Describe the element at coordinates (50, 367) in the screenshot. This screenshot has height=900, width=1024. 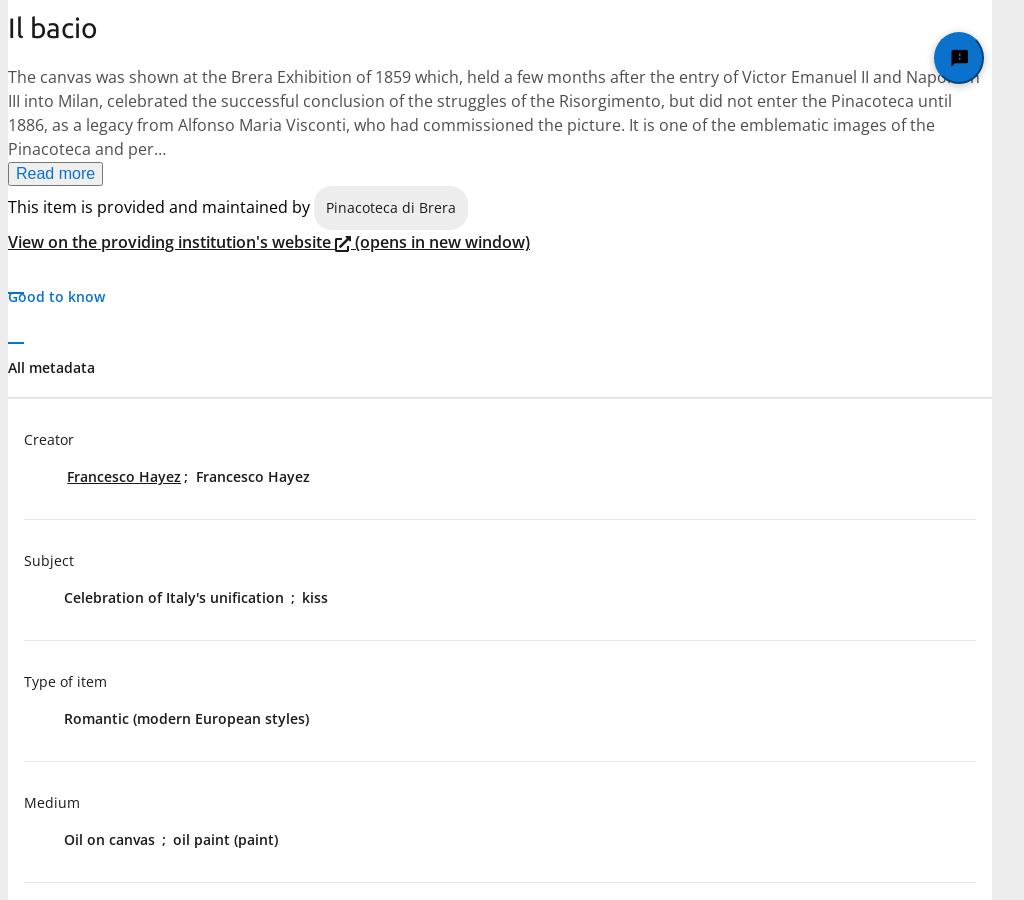
I see `'All metadata'` at that location.